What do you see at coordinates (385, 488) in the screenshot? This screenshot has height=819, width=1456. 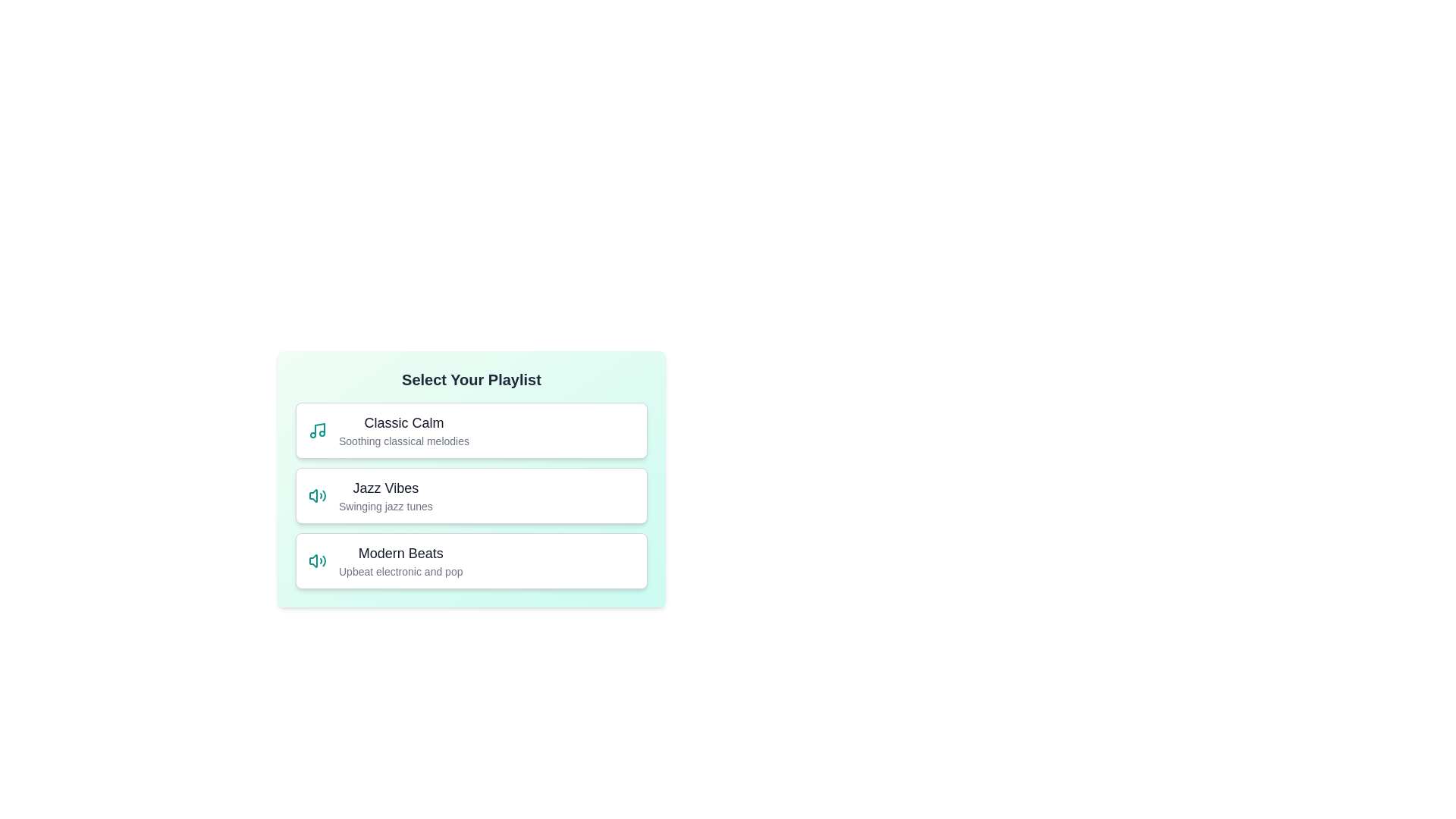 I see `the text label 'Jazz Vibes'` at bounding box center [385, 488].